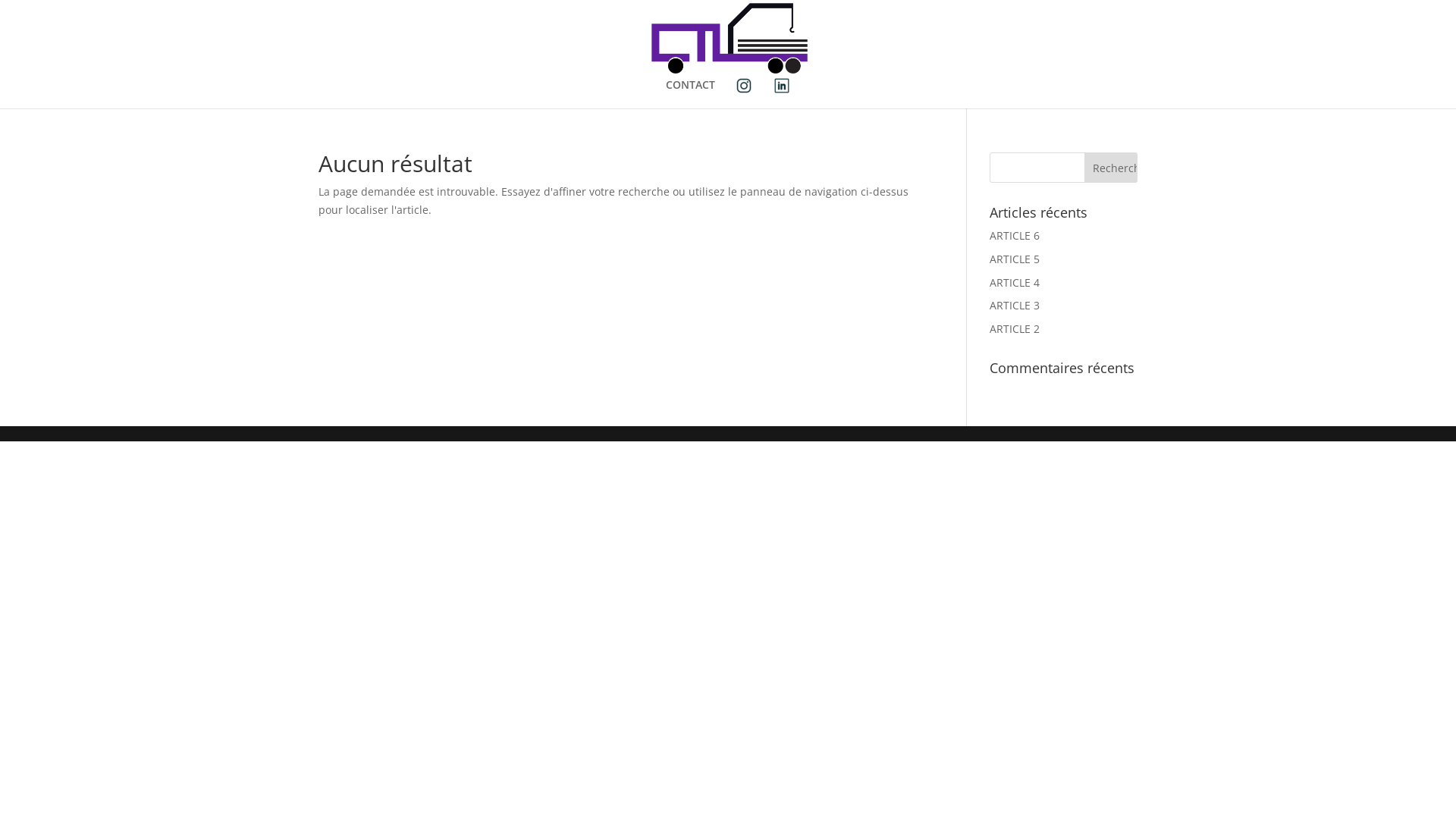 This screenshot has height=819, width=1456. I want to click on 'ARTICLE 4', so click(990, 282).